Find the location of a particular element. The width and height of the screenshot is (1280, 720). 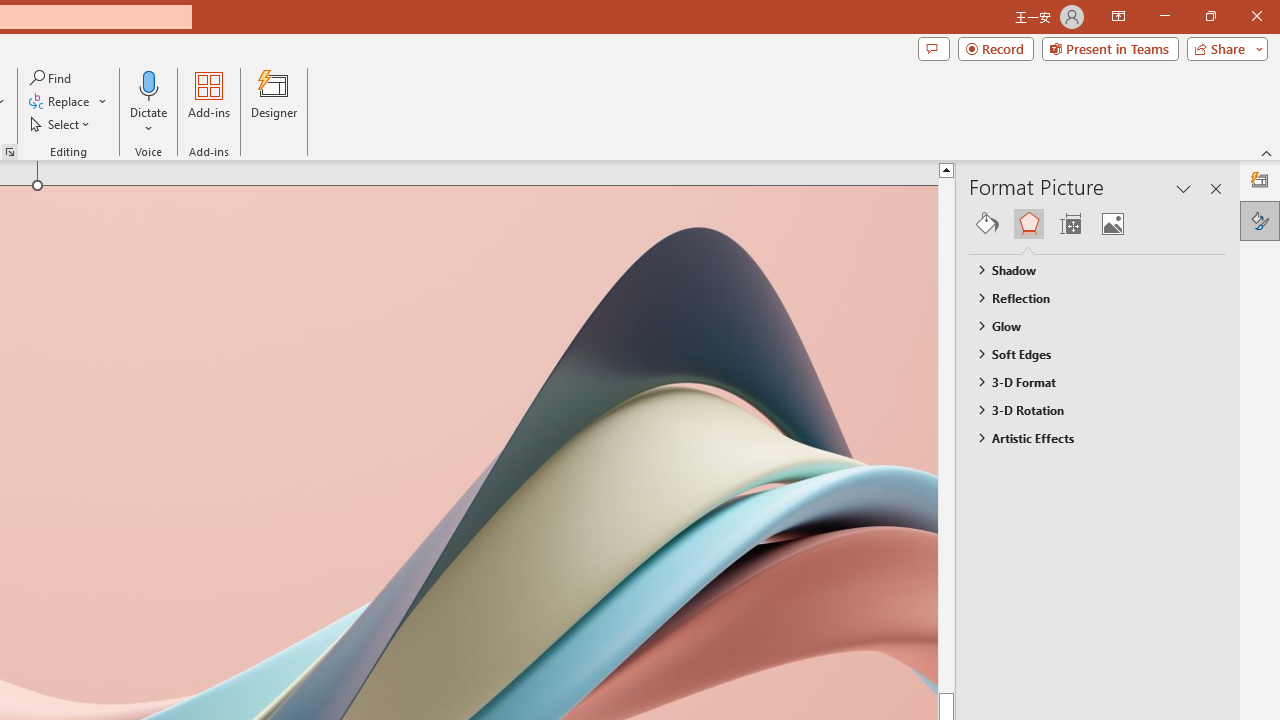

'Size & Properties' is located at coordinates (1069, 223).